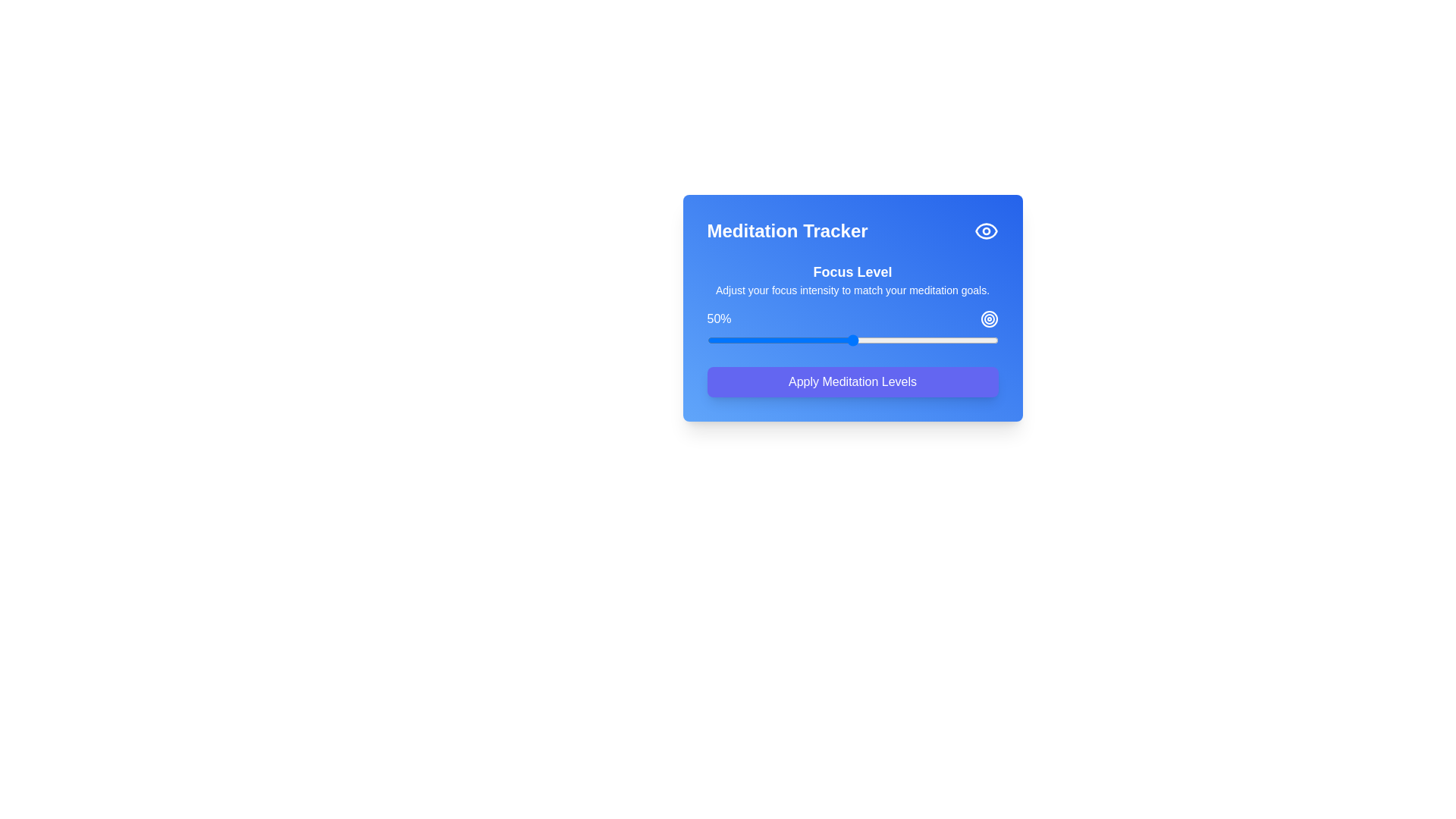  I want to click on the focus level, so click(905, 339).